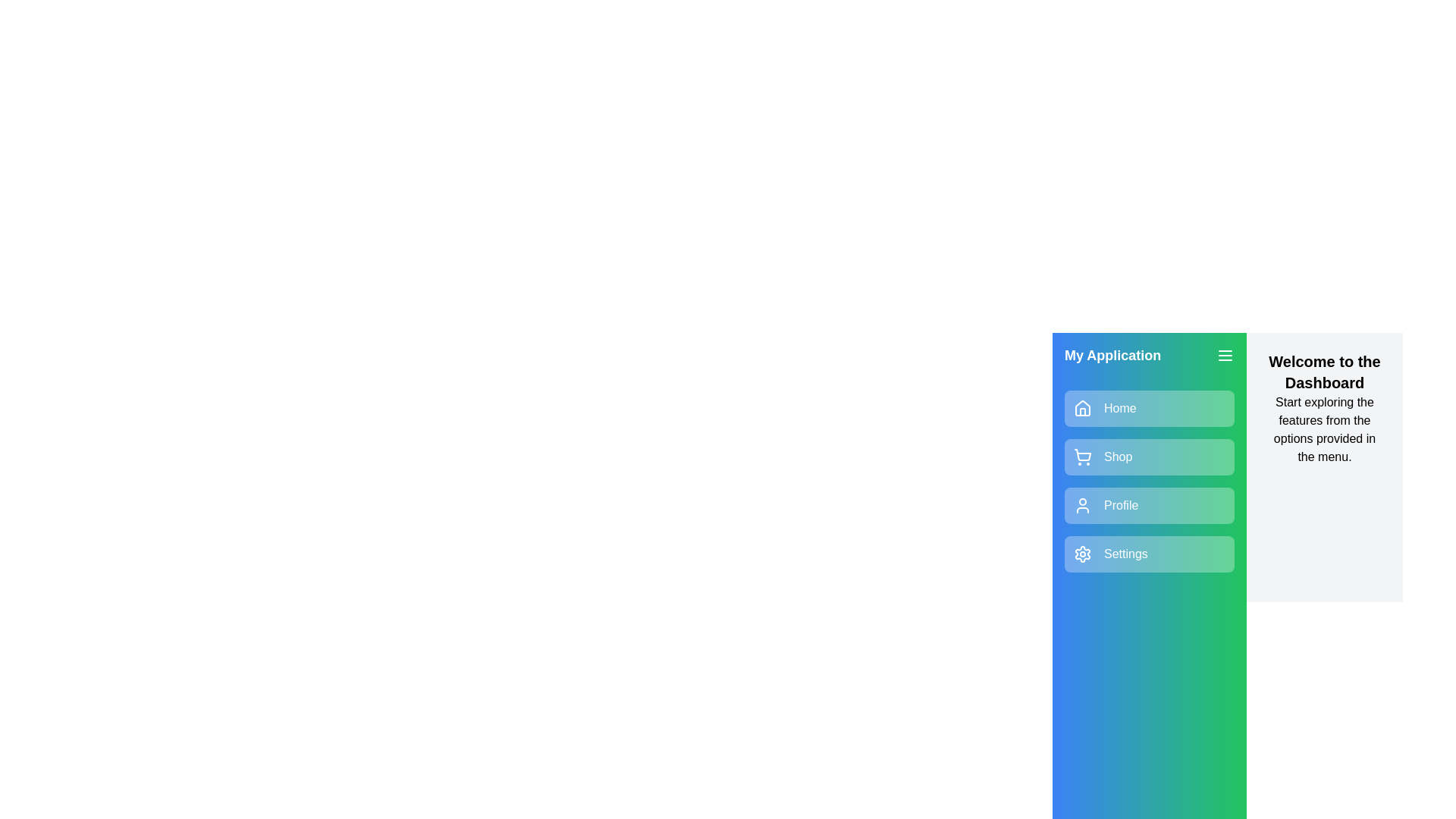 Image resolution: width=1456 pixels, height=819 pixels. I want to click on the menu item corresponding to Shop, so click(1150, 456).